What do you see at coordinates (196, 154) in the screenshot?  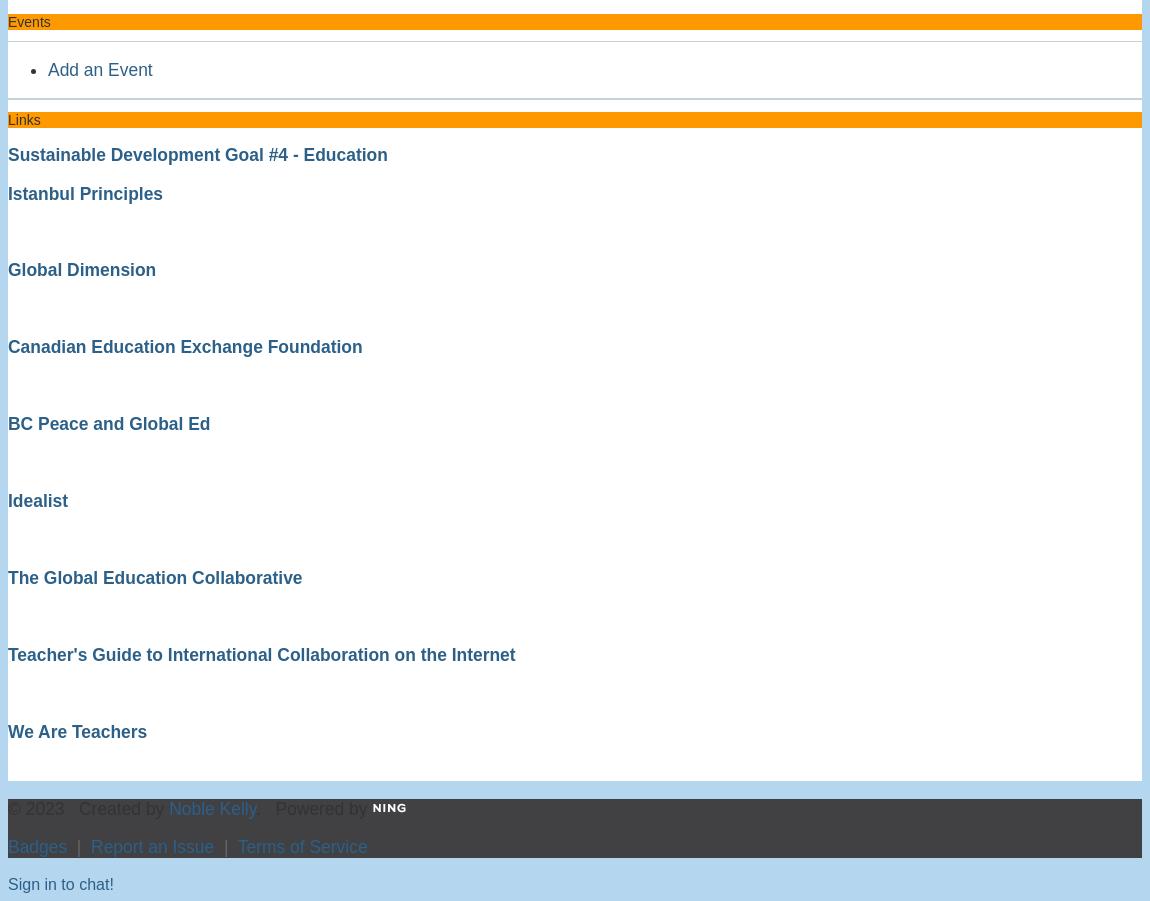 I see `'Sustainable Development Goal #4 - Education'` at bounding box center [196, 154].